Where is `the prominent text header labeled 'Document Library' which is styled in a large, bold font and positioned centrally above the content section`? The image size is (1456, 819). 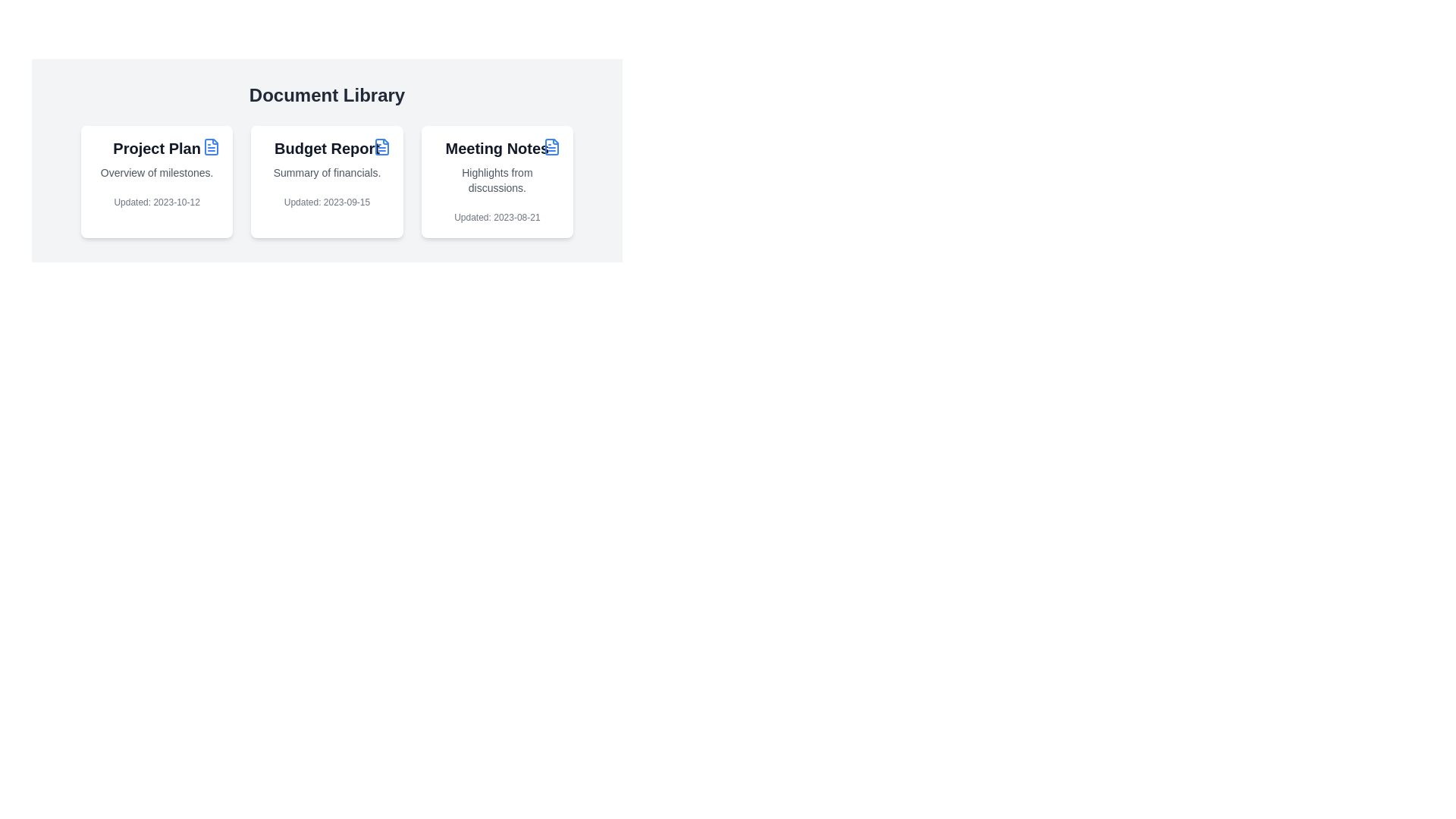 the prominent text header labeled 'Document Library' which is styled in a large, bold font and positioned centrally above the content section is located at coordinates (326, 96).